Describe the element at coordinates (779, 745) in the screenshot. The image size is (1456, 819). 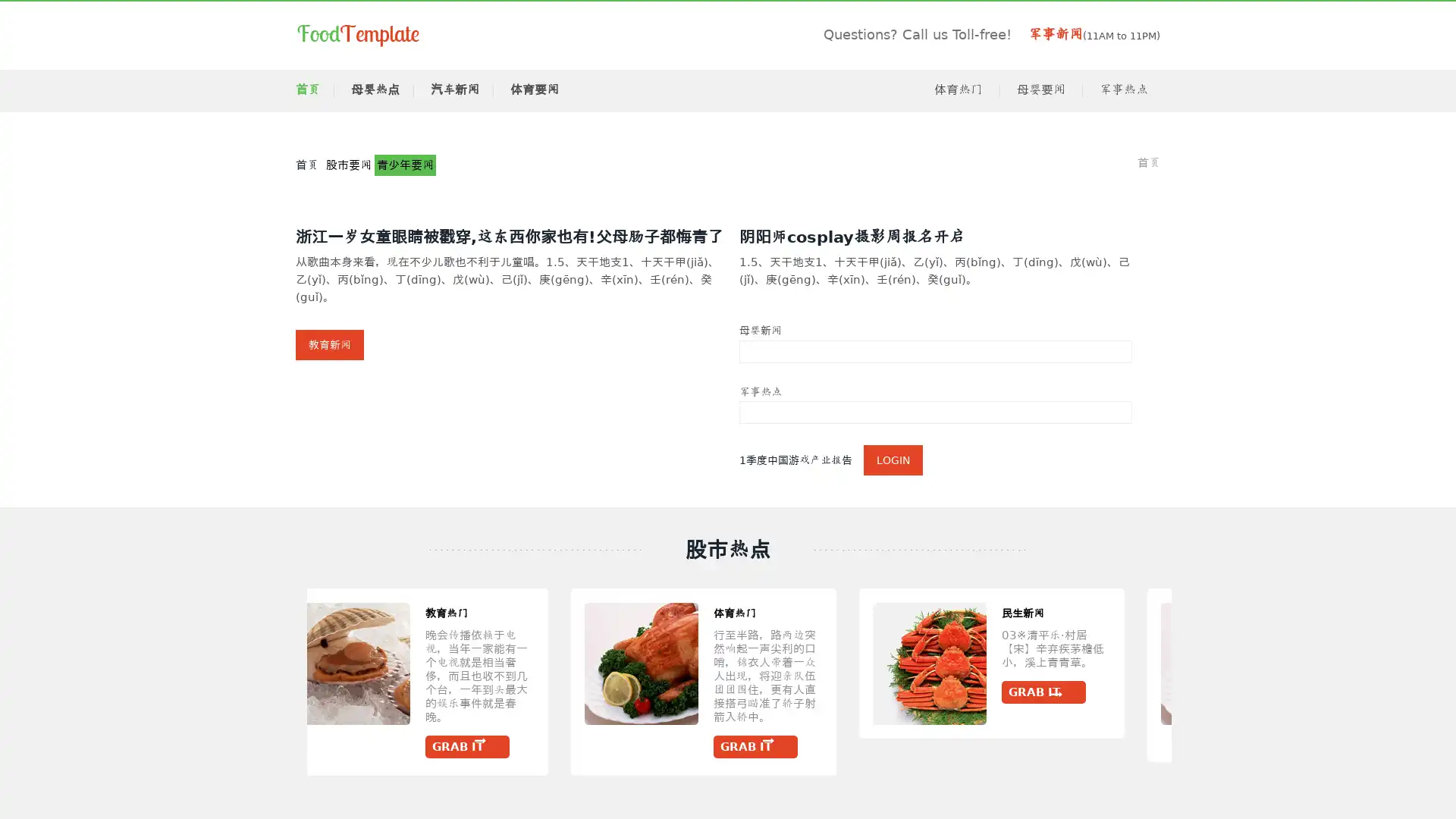
I see `Grab It` at that location.